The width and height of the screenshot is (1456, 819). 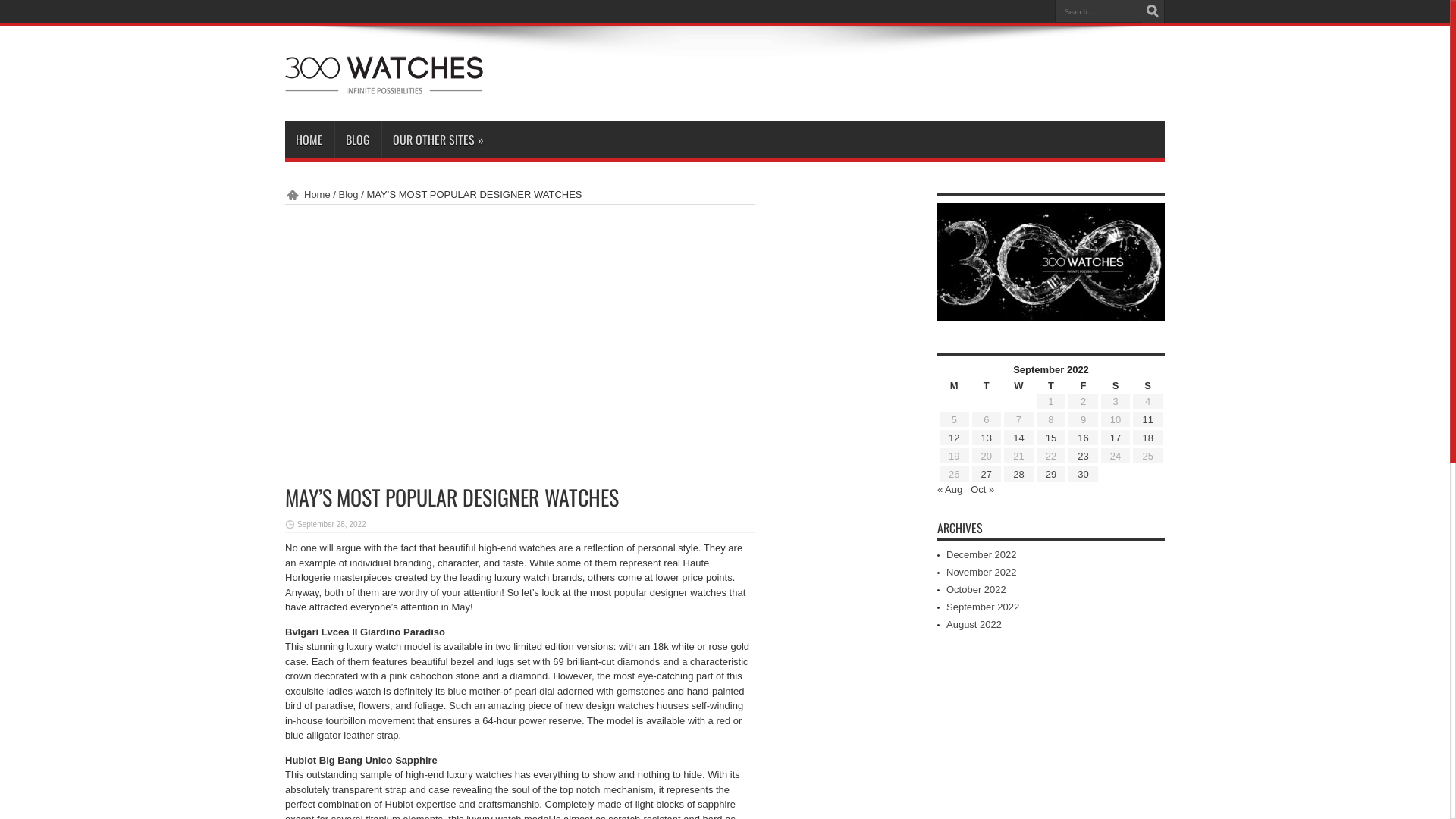 I want to click on 'HOME', so click(x=284, y=140).